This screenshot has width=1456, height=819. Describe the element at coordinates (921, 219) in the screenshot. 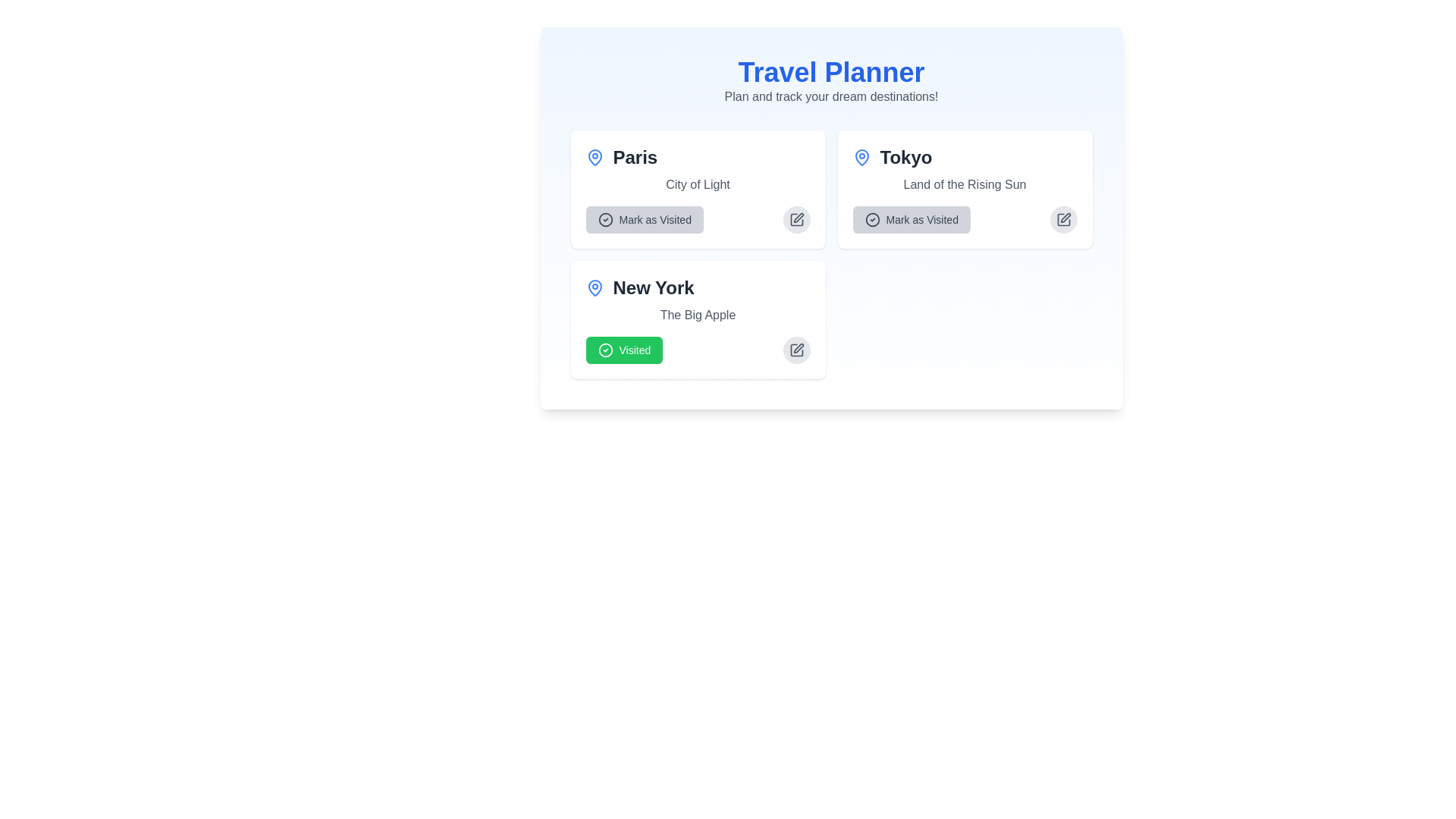

I see `the 'Mark as Visited' text label within the button under the Tokyo card` at that location.